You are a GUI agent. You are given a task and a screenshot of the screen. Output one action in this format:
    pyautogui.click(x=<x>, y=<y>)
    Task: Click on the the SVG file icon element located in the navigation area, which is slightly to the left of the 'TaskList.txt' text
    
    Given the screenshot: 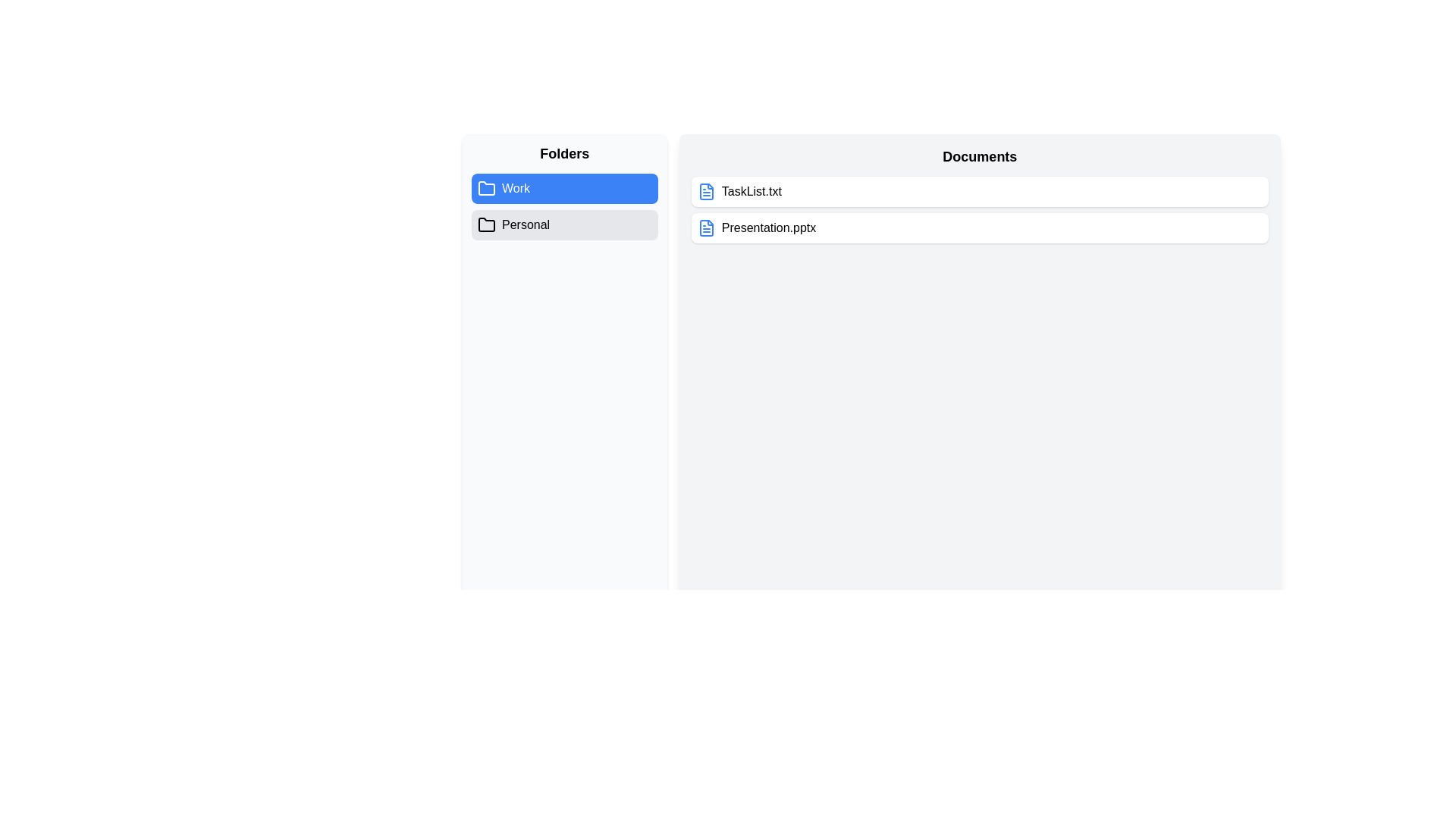 What is the action you would take?
    pyautogui.click(x=705, y=191)
    